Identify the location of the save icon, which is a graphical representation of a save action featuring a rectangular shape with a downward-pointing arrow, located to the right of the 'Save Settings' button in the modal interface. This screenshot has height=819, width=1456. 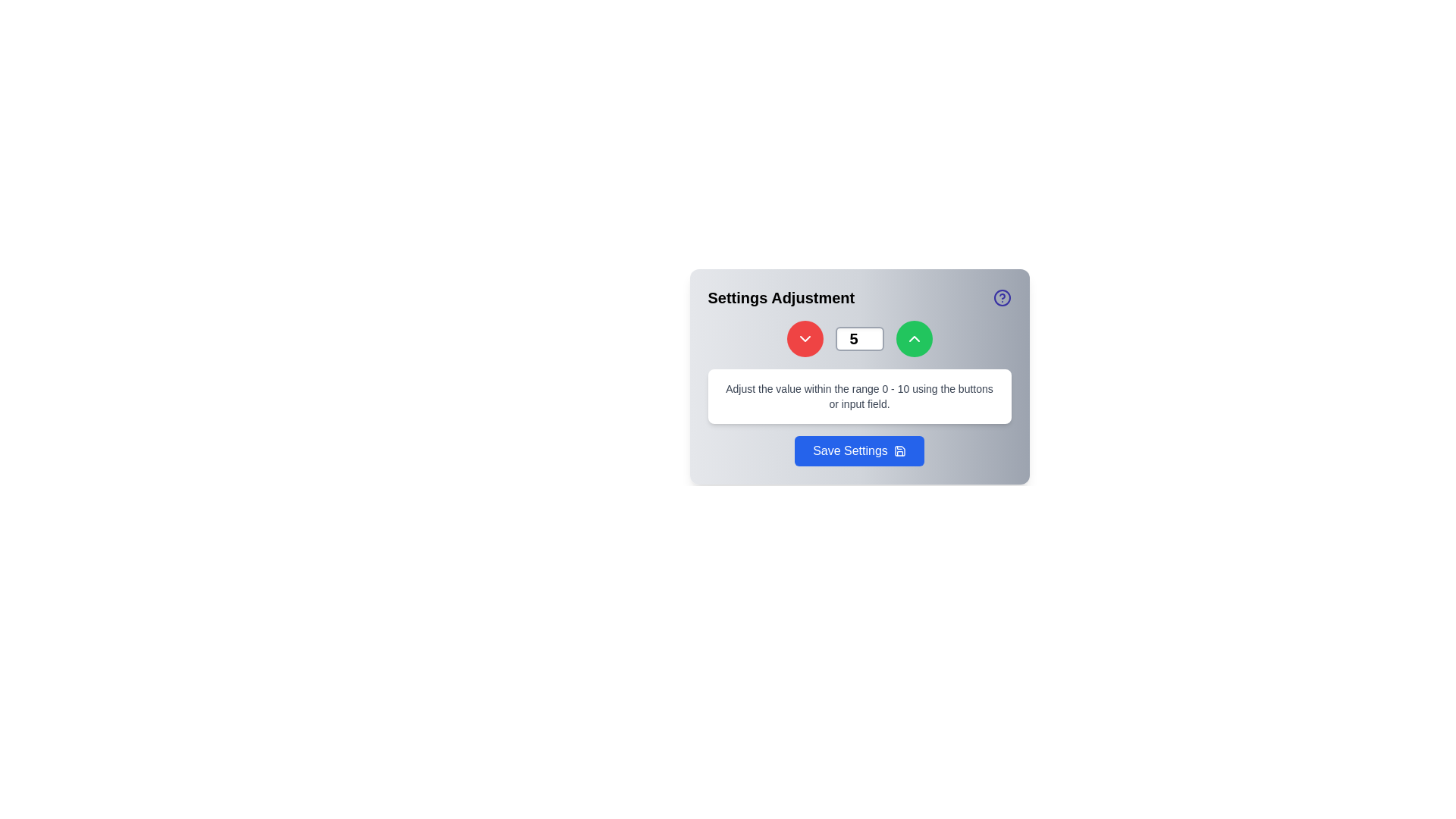
(899, 450).